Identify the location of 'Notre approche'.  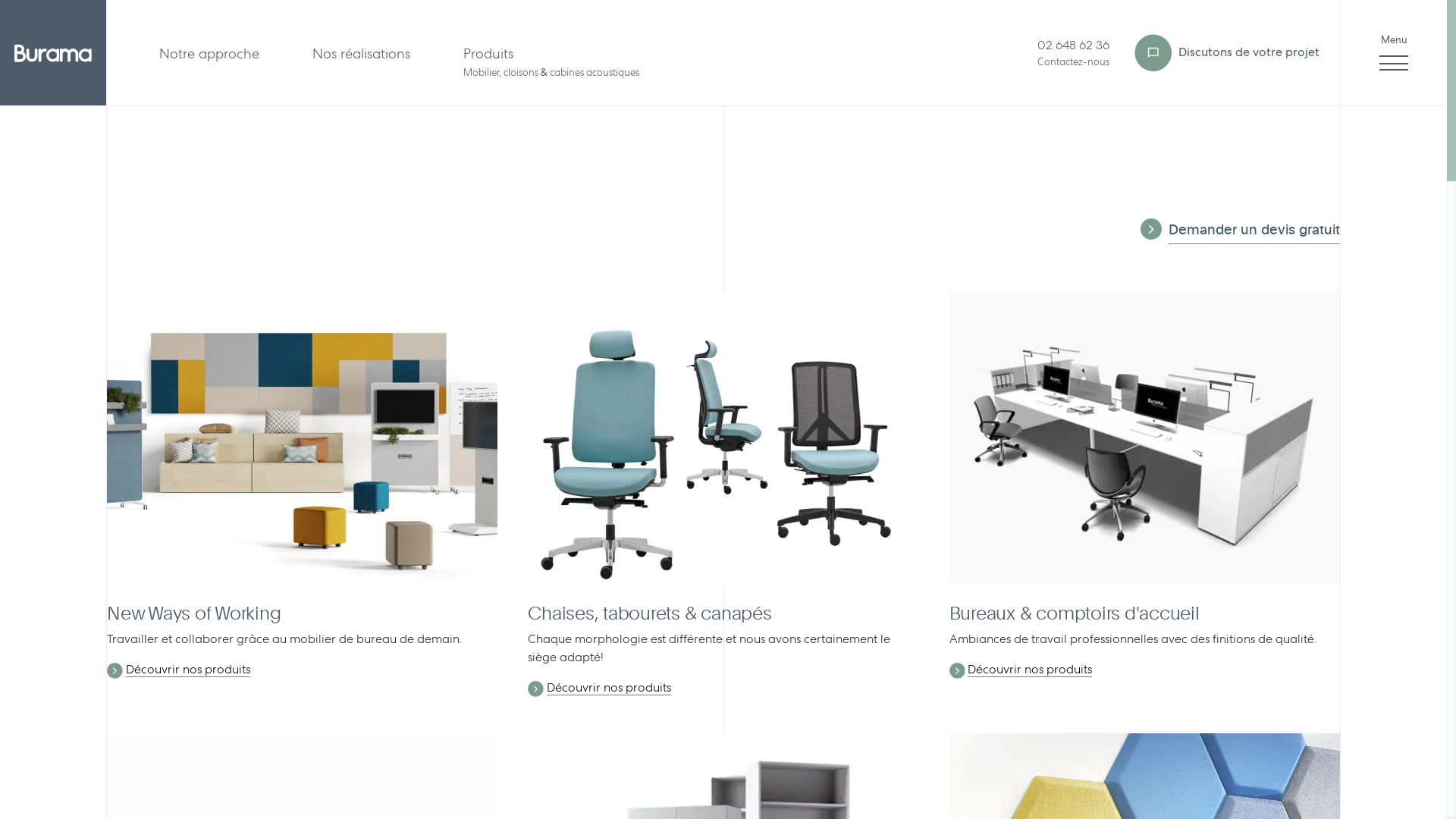
(208, 52).